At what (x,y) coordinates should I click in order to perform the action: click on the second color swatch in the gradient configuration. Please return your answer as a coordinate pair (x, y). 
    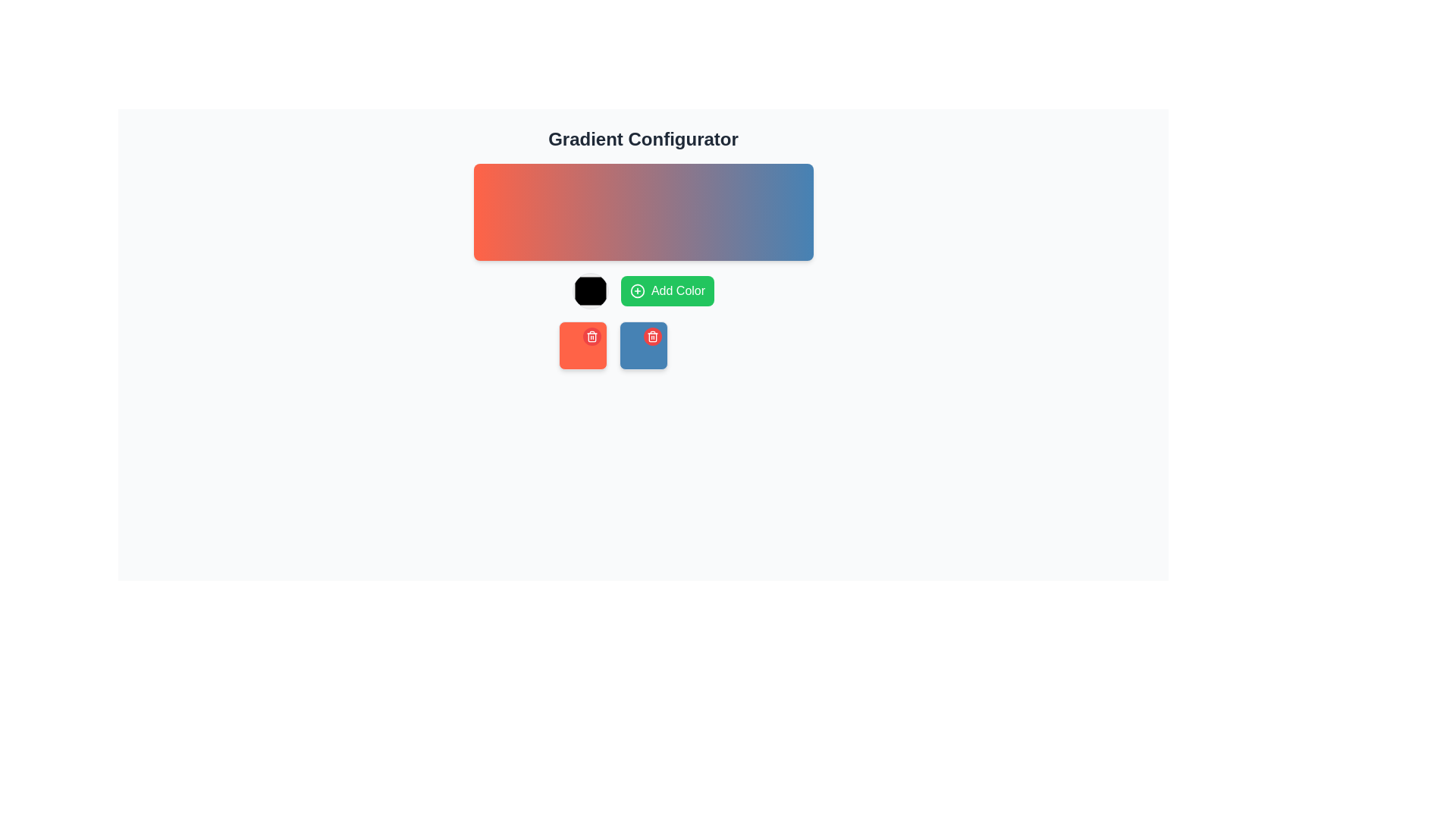
    Looking at the image, I should click on (643, 345).